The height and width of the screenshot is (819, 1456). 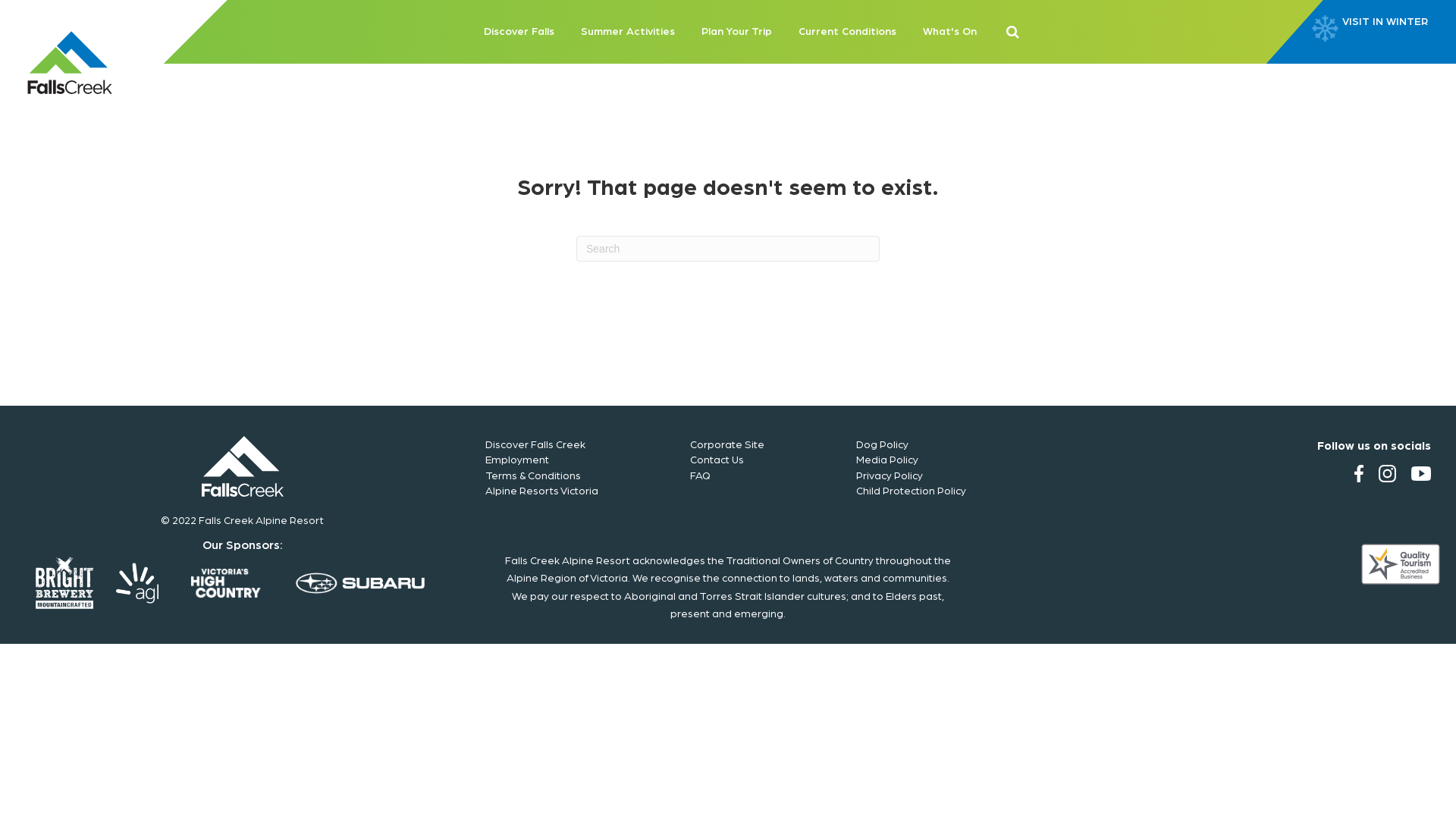 I want to click on 'Contact Us', so click(x=716, y=458).